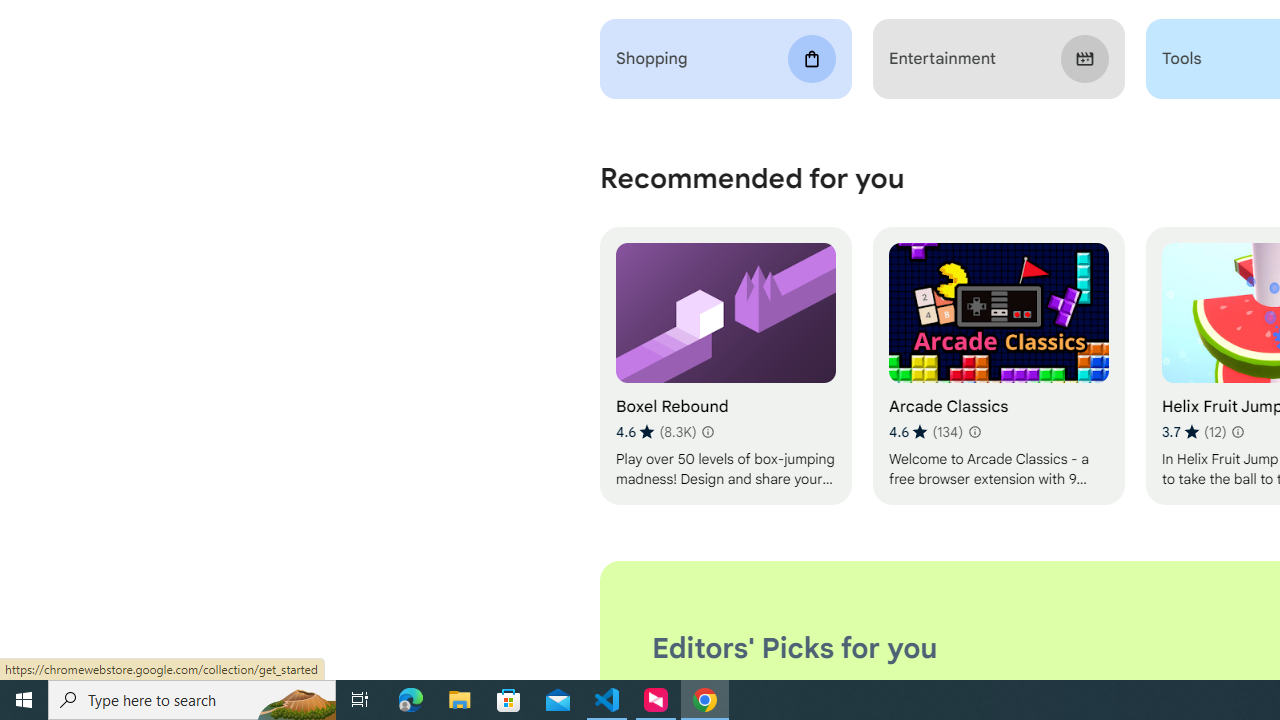  What do you see at coordinates (998, 58) in the screenshot?
I see `'Entertainment'` at bounding box center [998, 58].